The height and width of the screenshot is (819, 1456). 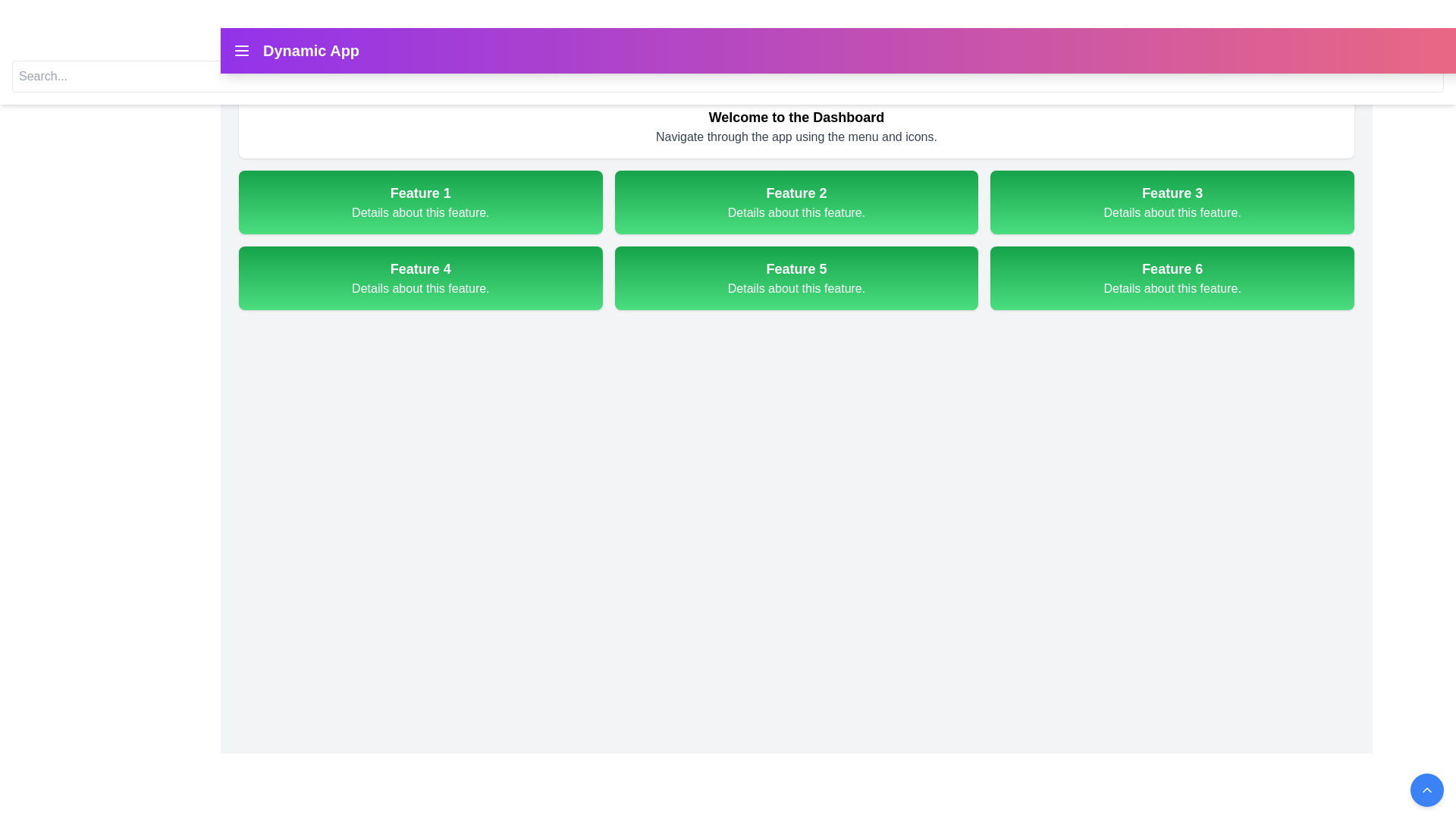 I want to click on text content of the element displaying 'Navigate through the app using the menu and icons.', which is styled in subdued grey and positioned below the heading 'Welcome to the Dashboard', so click(x=795, y=137).